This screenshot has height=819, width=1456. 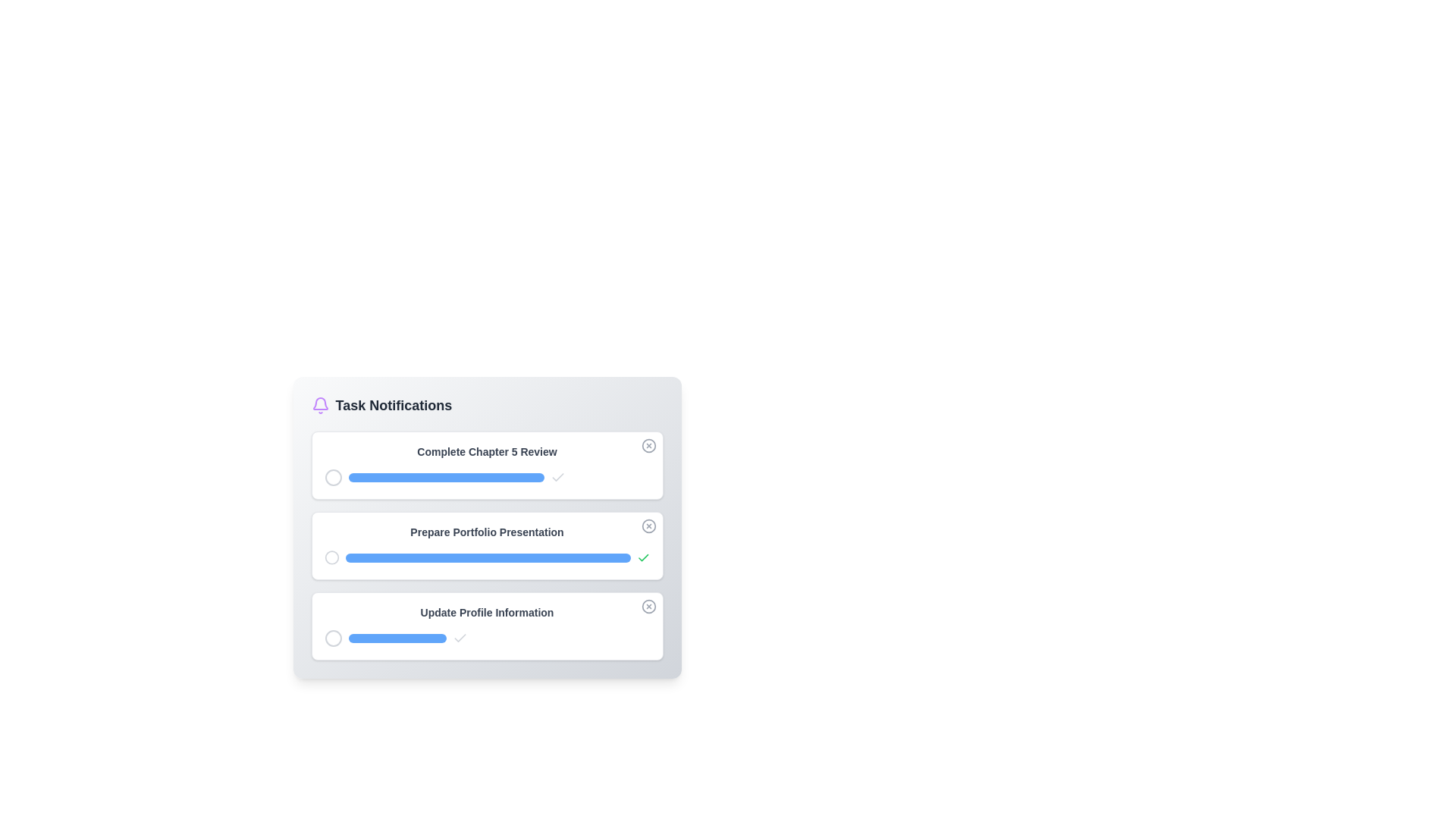 What do you see at coordinates (648, 526) in the screenshot?
I see `close button for the notification titled 'Prepare Portfolio Presentation'` at bounding box center [648, 526].